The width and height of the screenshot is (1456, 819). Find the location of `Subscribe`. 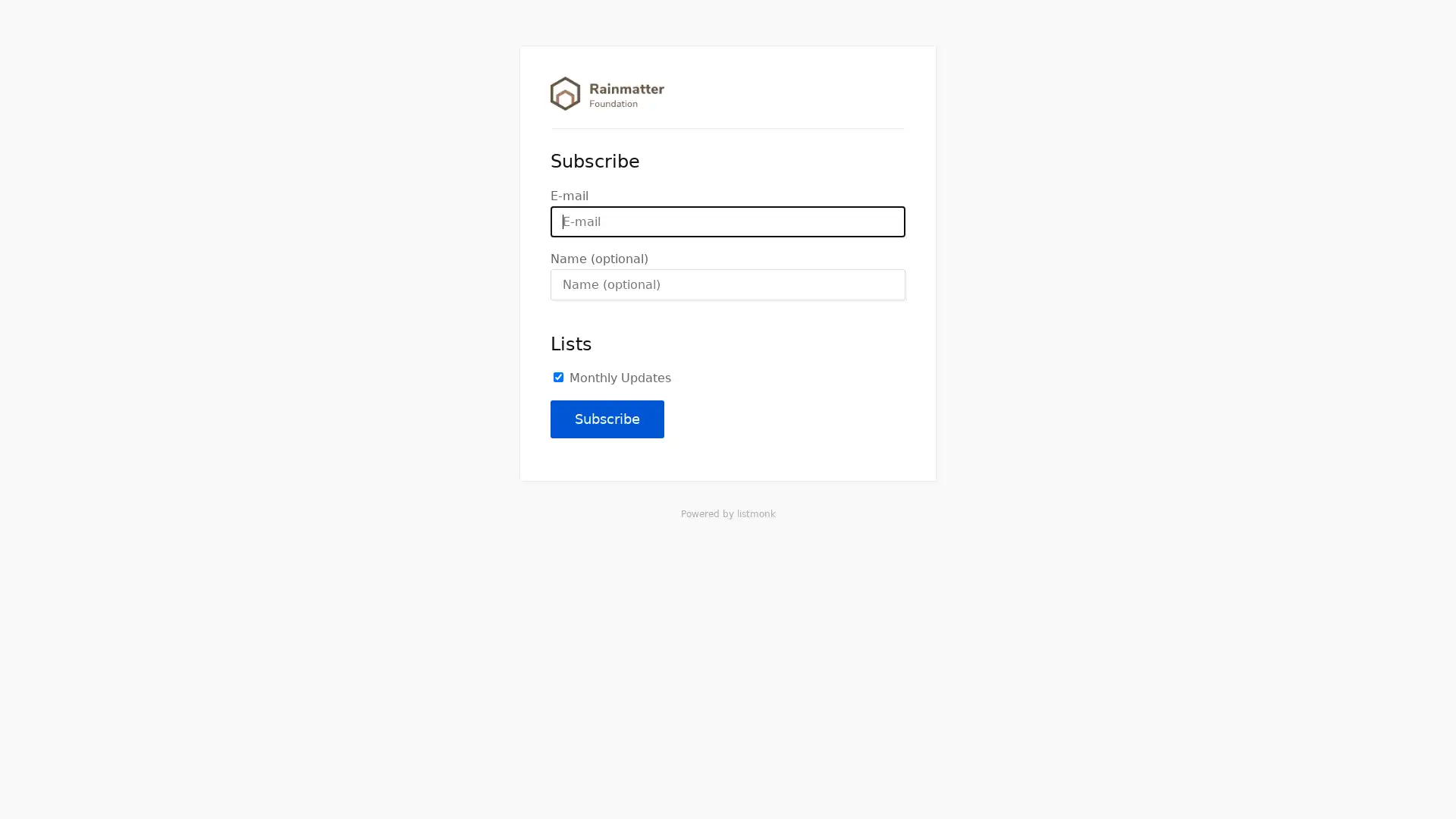

Subscribe is located at coordinates (607, 419).